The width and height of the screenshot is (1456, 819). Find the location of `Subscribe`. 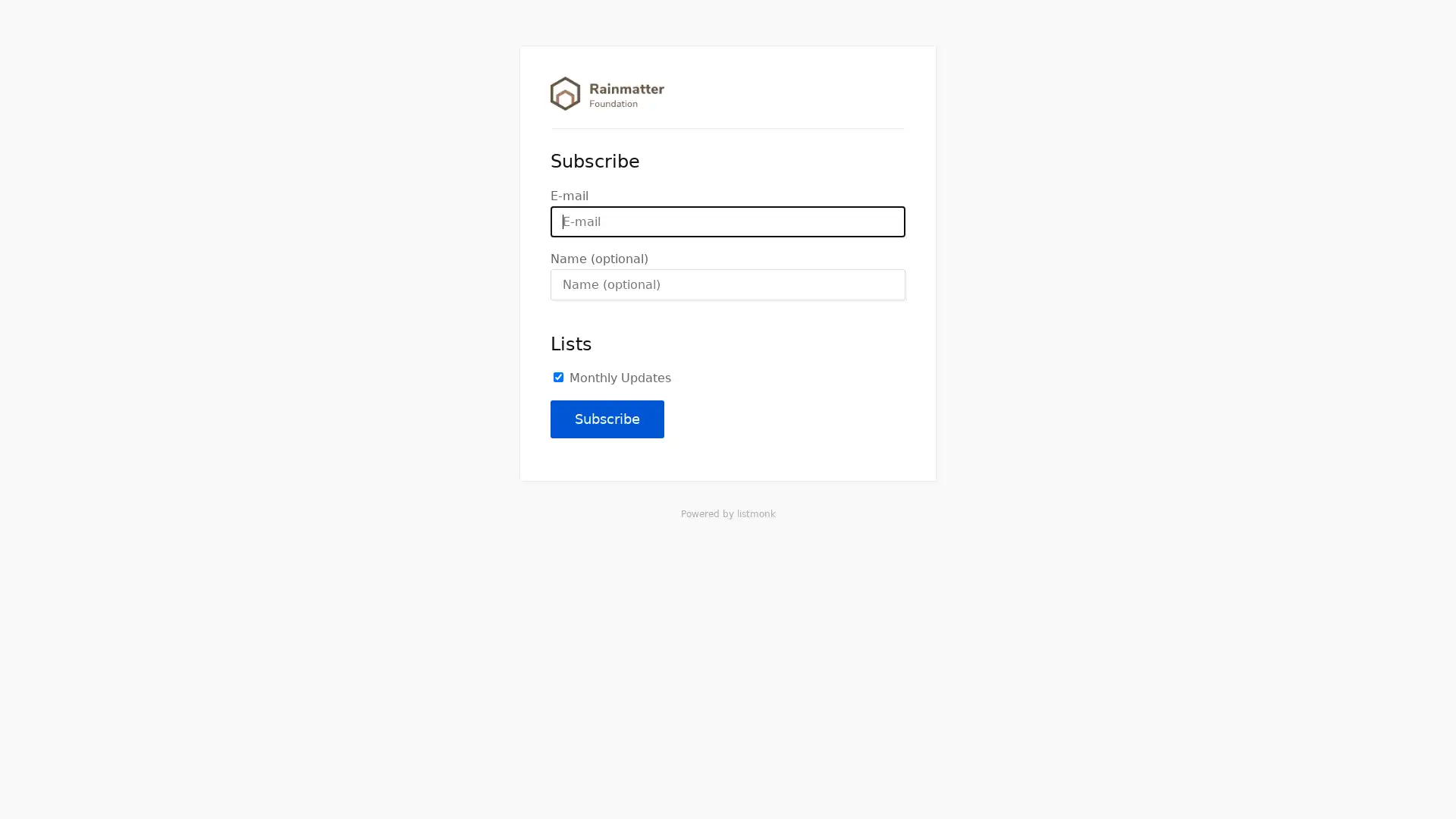

Subscribe is located at coordinates (607, 419).